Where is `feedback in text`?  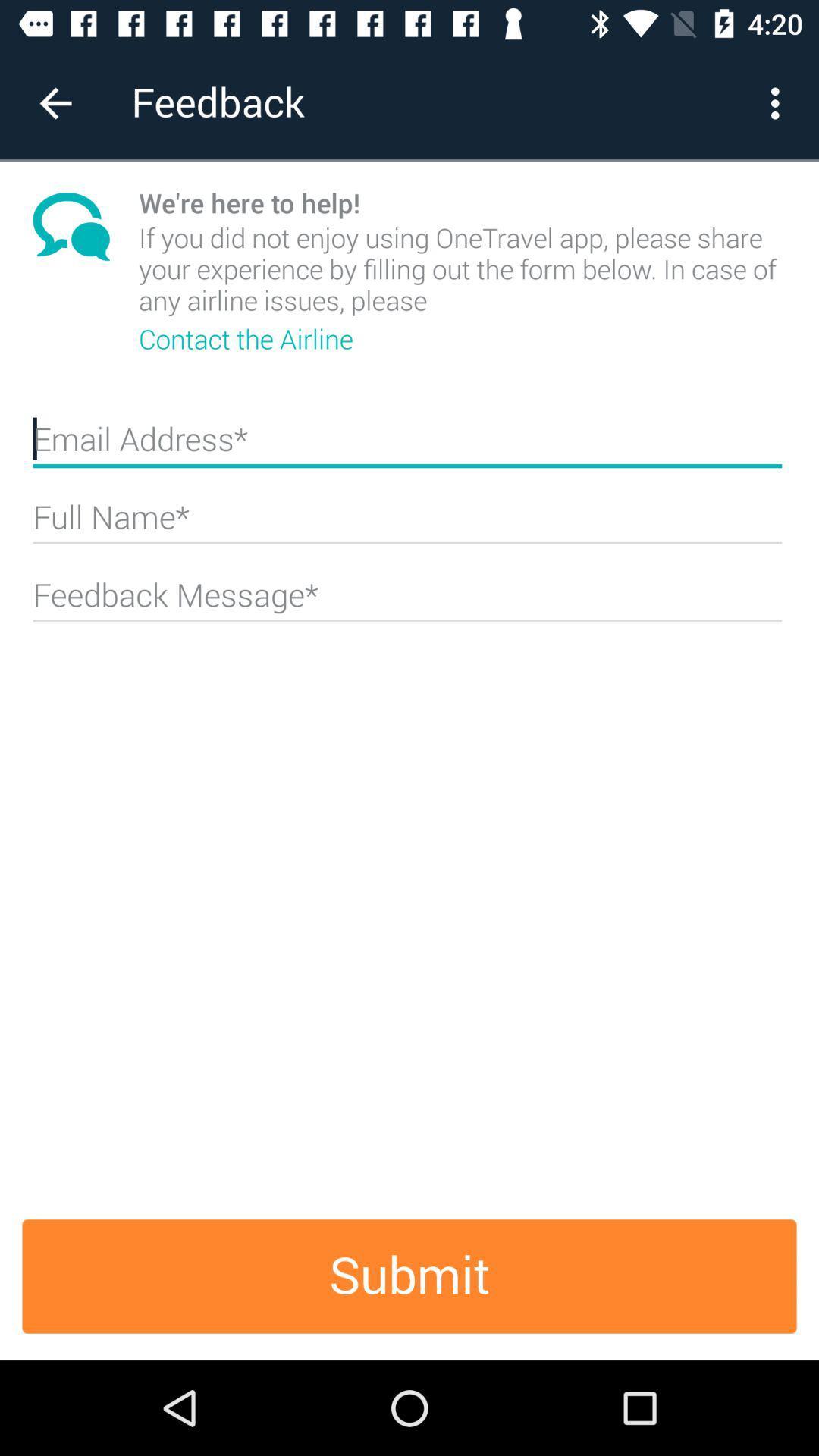
feedback in text is located at coordinates (406, 601).